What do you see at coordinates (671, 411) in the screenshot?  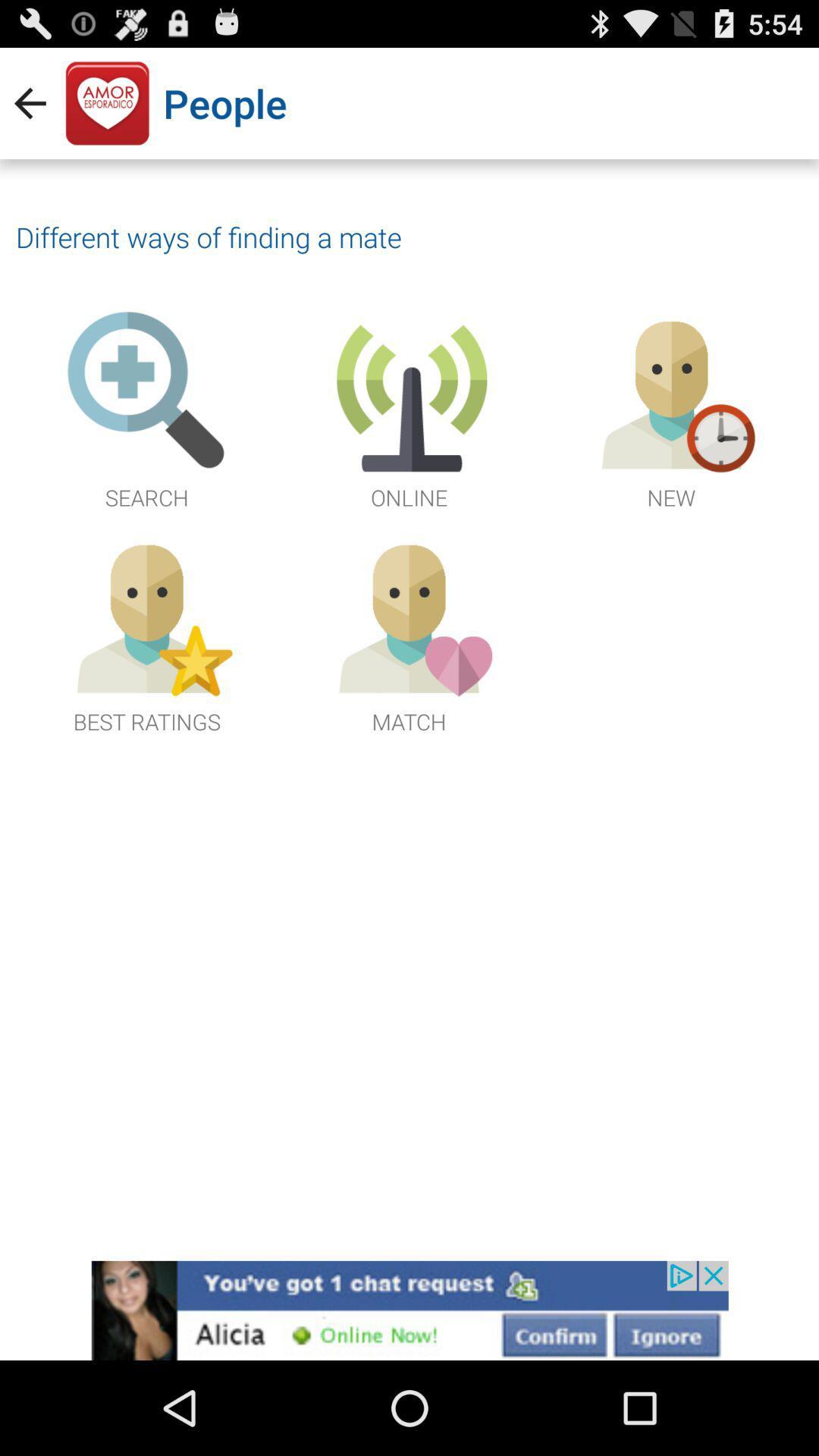 I see `the third image next to online` at bounding box center [671, 411].